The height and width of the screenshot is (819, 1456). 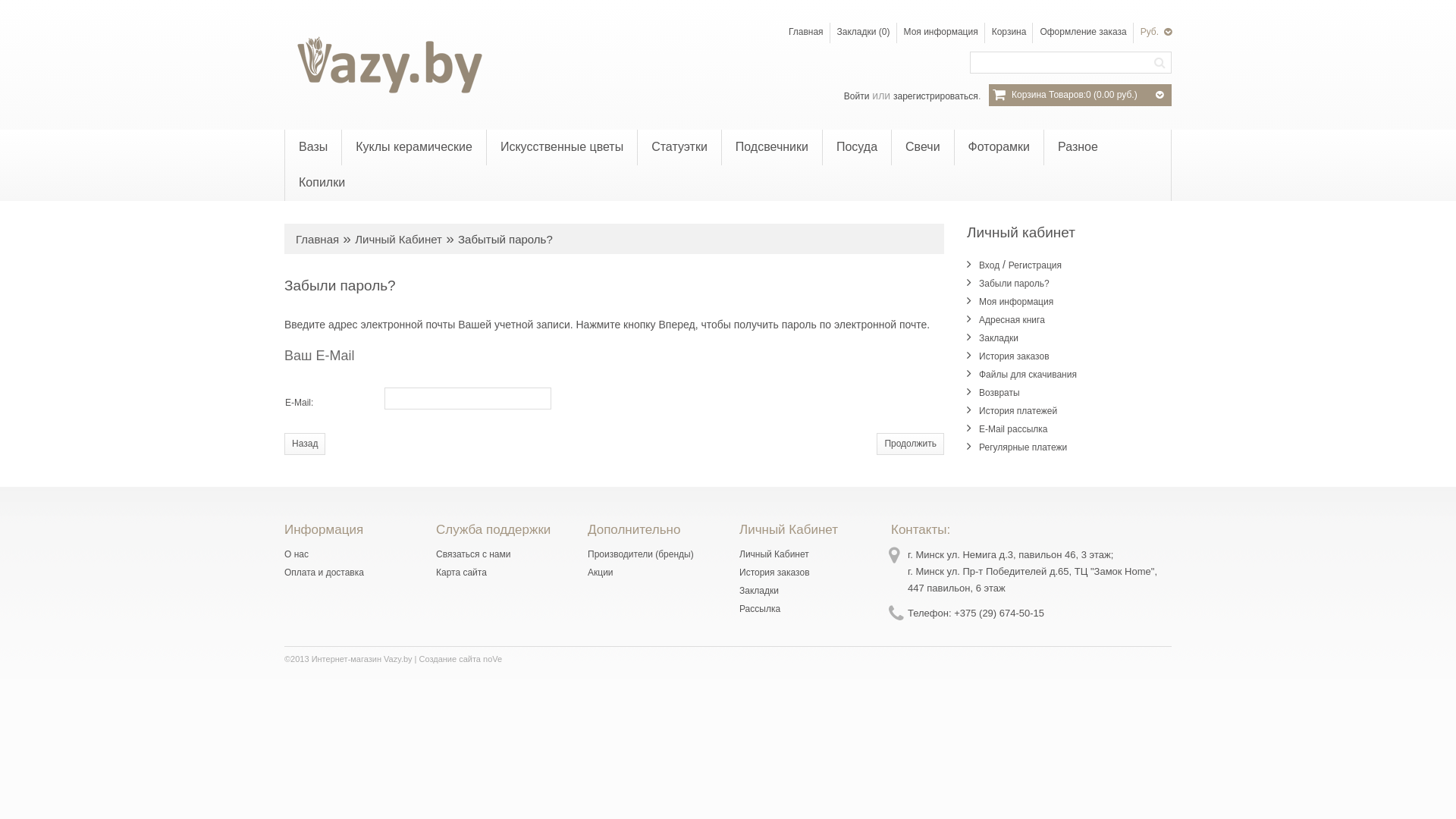 What do you see at coordinates (284, 64) in the screenshot?
I see `'Vazy.by'` at bounding box center [284, 64].